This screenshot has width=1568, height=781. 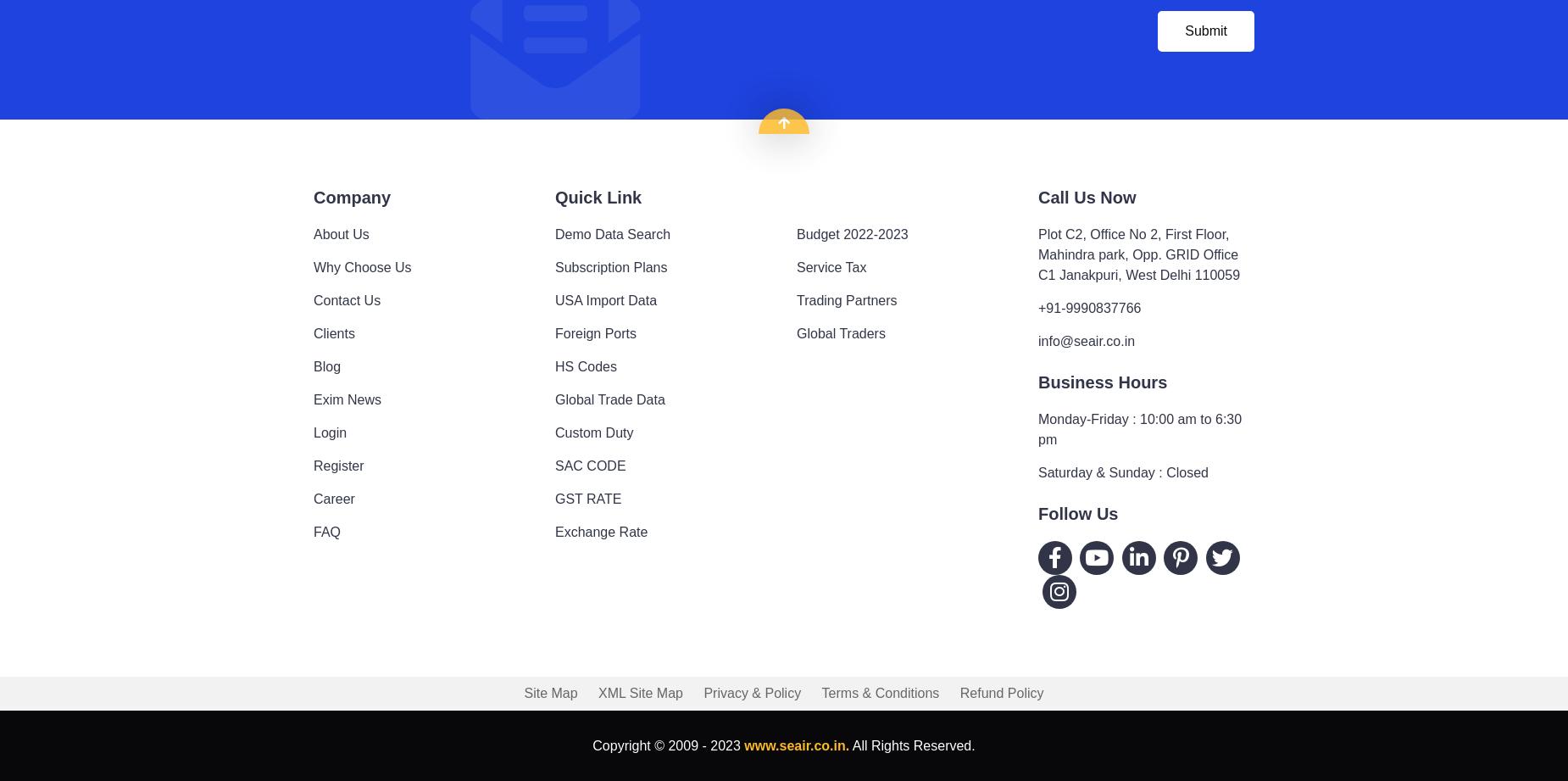 I want to click on 'Follow Us', so click(x=1037, y=512).